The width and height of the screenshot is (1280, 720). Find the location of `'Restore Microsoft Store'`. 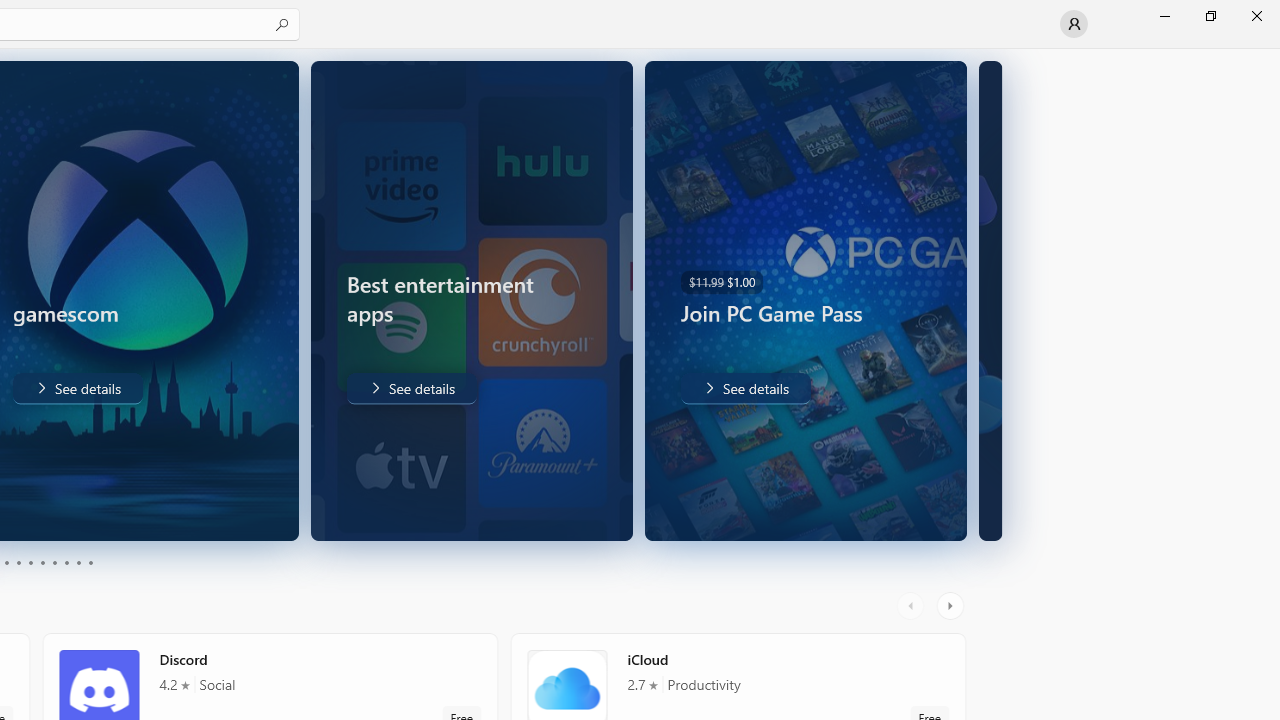

'Restore Microsoft Store' is located at coordinates (1209, 15).